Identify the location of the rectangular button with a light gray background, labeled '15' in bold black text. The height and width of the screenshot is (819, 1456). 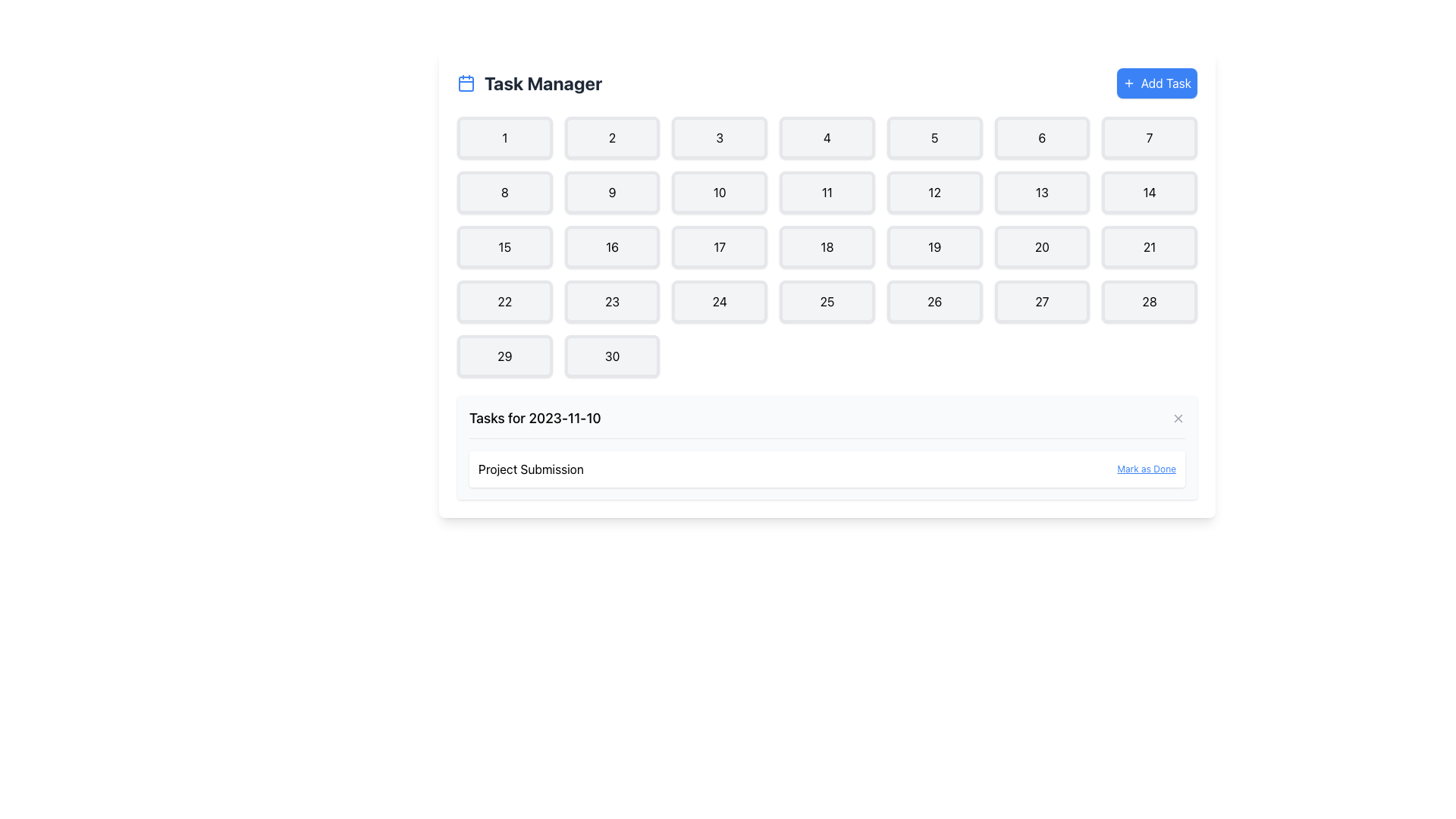
(504, 246).